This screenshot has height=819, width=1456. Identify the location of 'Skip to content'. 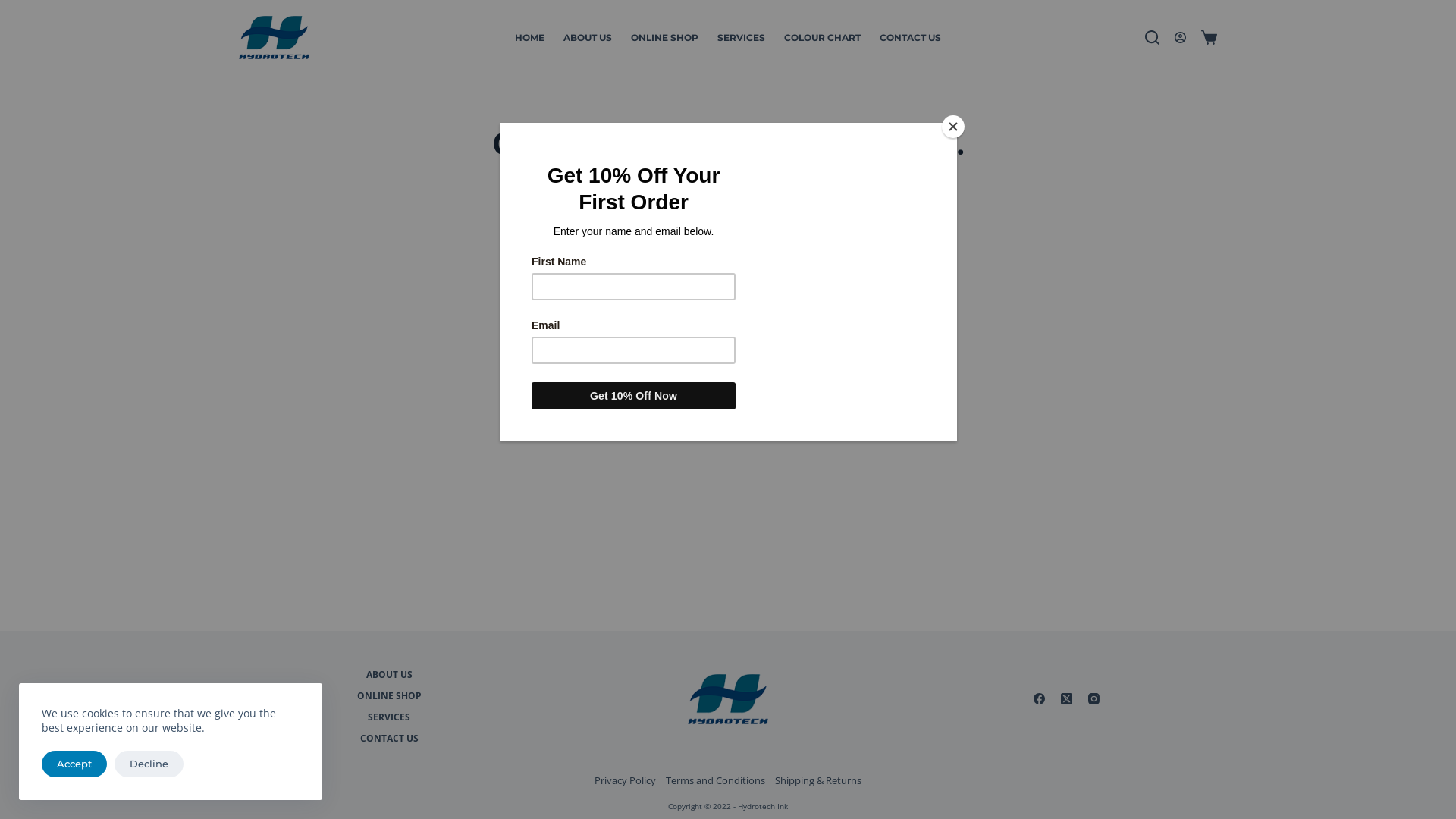
(14, 8).